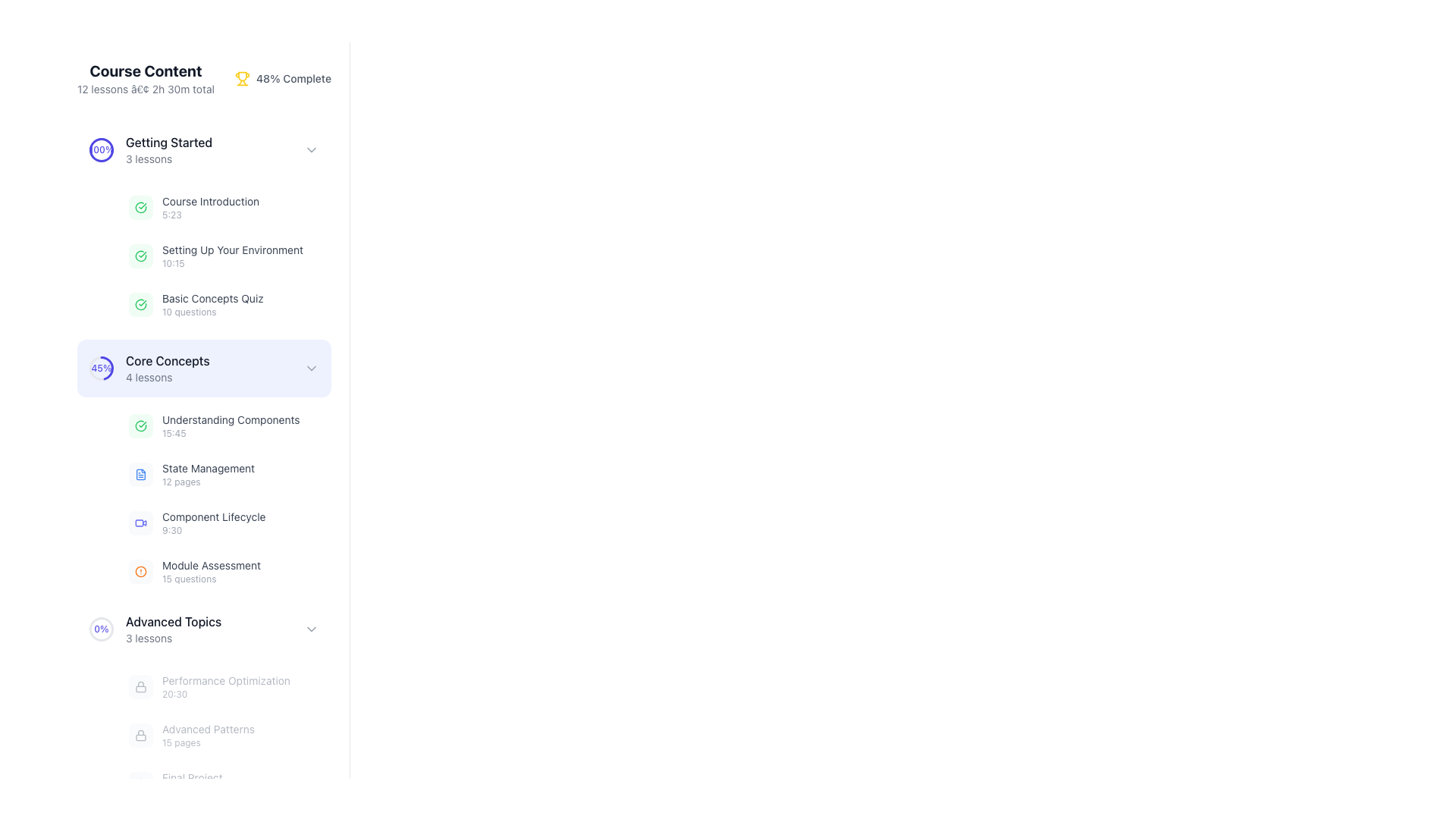  Describe the element at coordinates (210, 579) in the screenshot. I see `the small gray text label displaying '15 questions'` at that location.